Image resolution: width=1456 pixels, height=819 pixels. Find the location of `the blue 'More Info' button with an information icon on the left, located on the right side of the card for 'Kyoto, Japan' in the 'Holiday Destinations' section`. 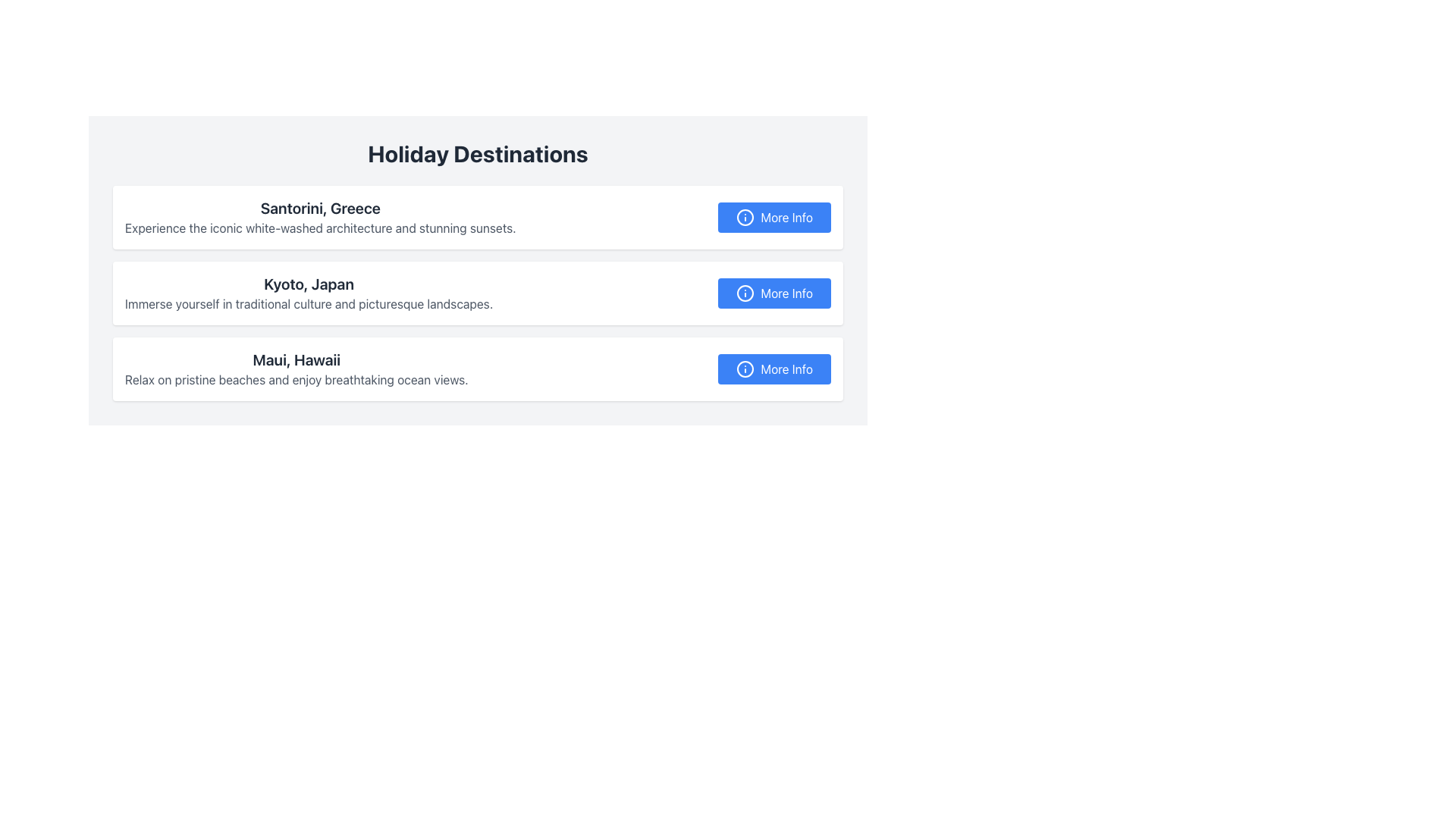

the blue 'More Info' button with an information icon on the left, located on the right side of the card for 'Kyoto, Japan' in the 'Holiday Destinations' section is located at coordinates (774, 293).